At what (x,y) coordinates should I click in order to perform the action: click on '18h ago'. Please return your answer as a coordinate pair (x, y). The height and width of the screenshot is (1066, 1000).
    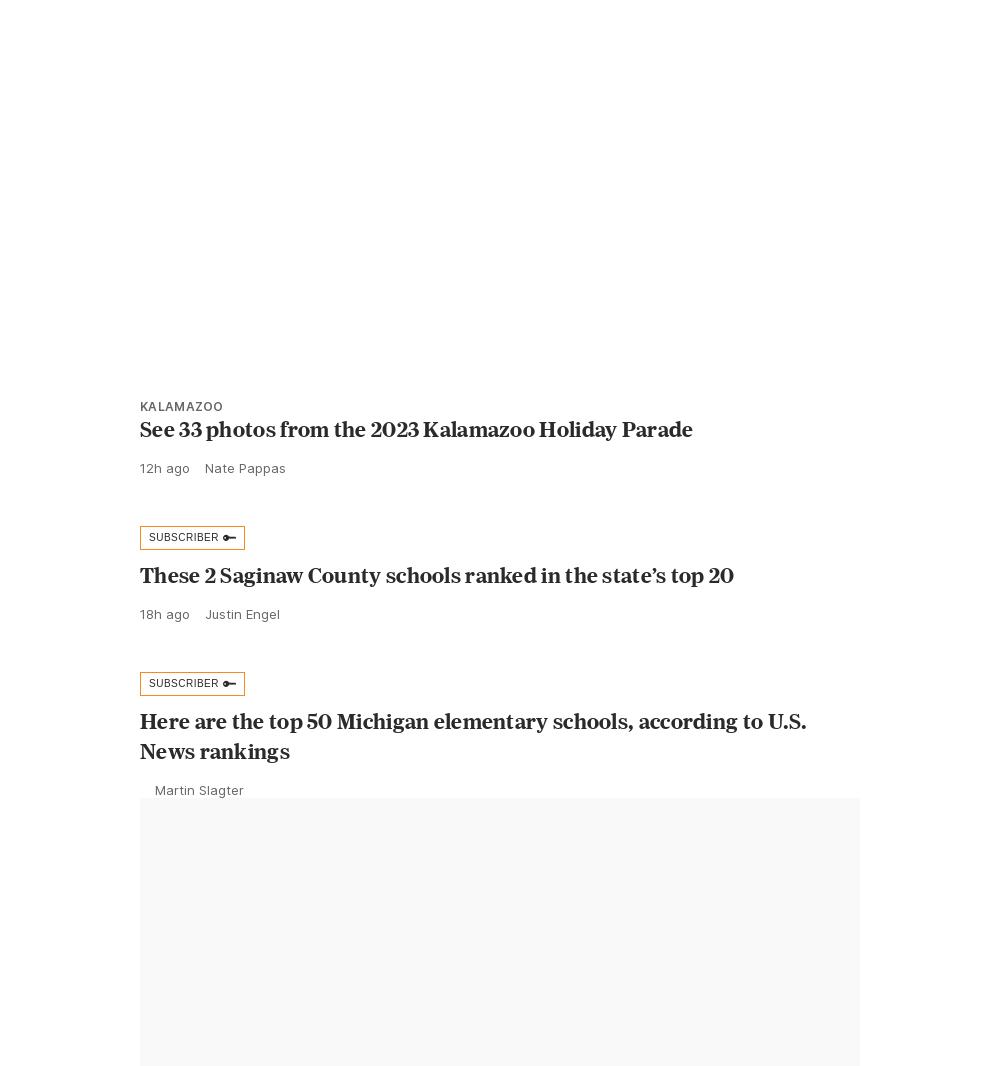
    Looking at the image, I should click on (165, 657).